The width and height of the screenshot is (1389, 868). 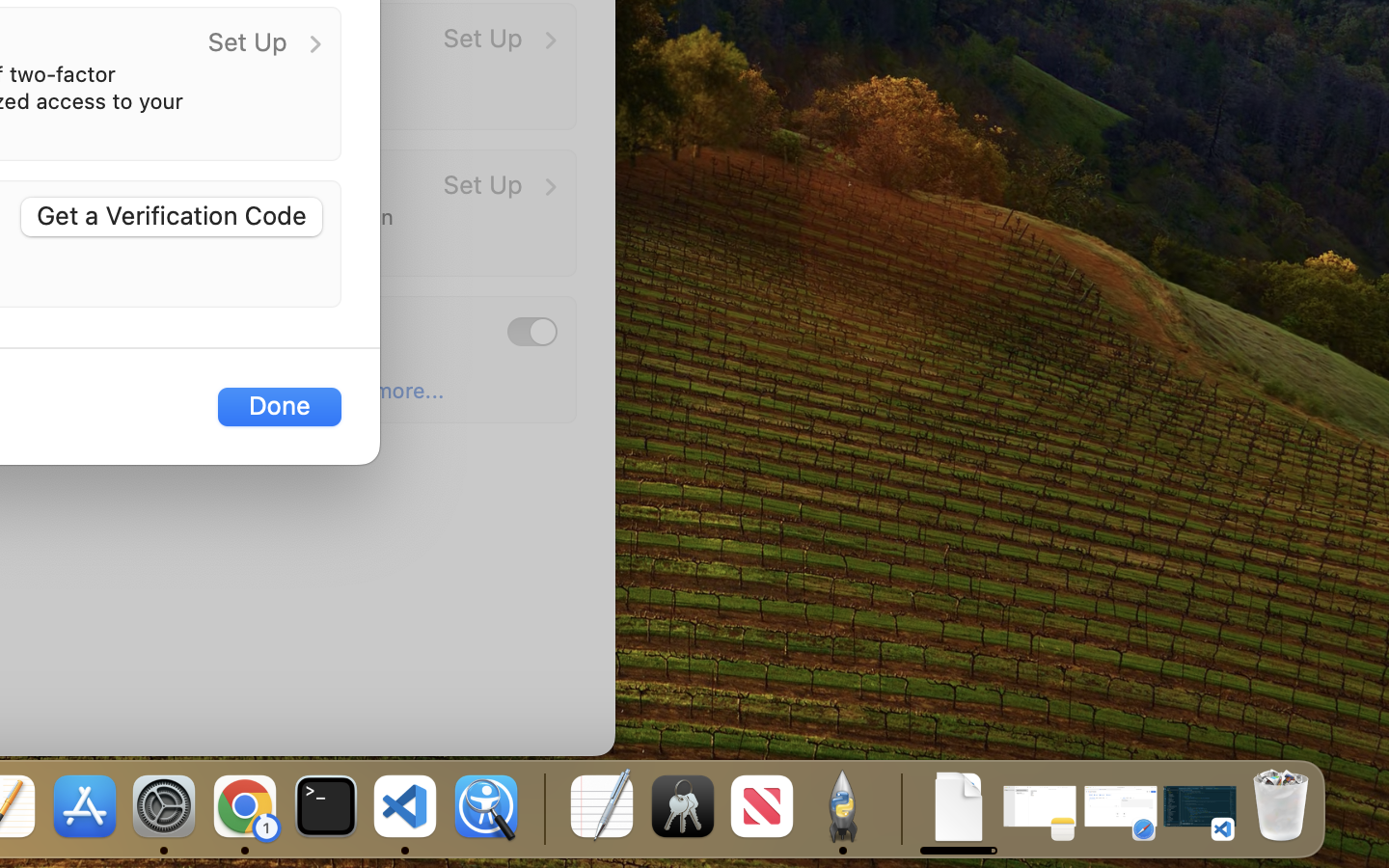 I want to click on '0.4285714328289032', so click(x=542, y=807).